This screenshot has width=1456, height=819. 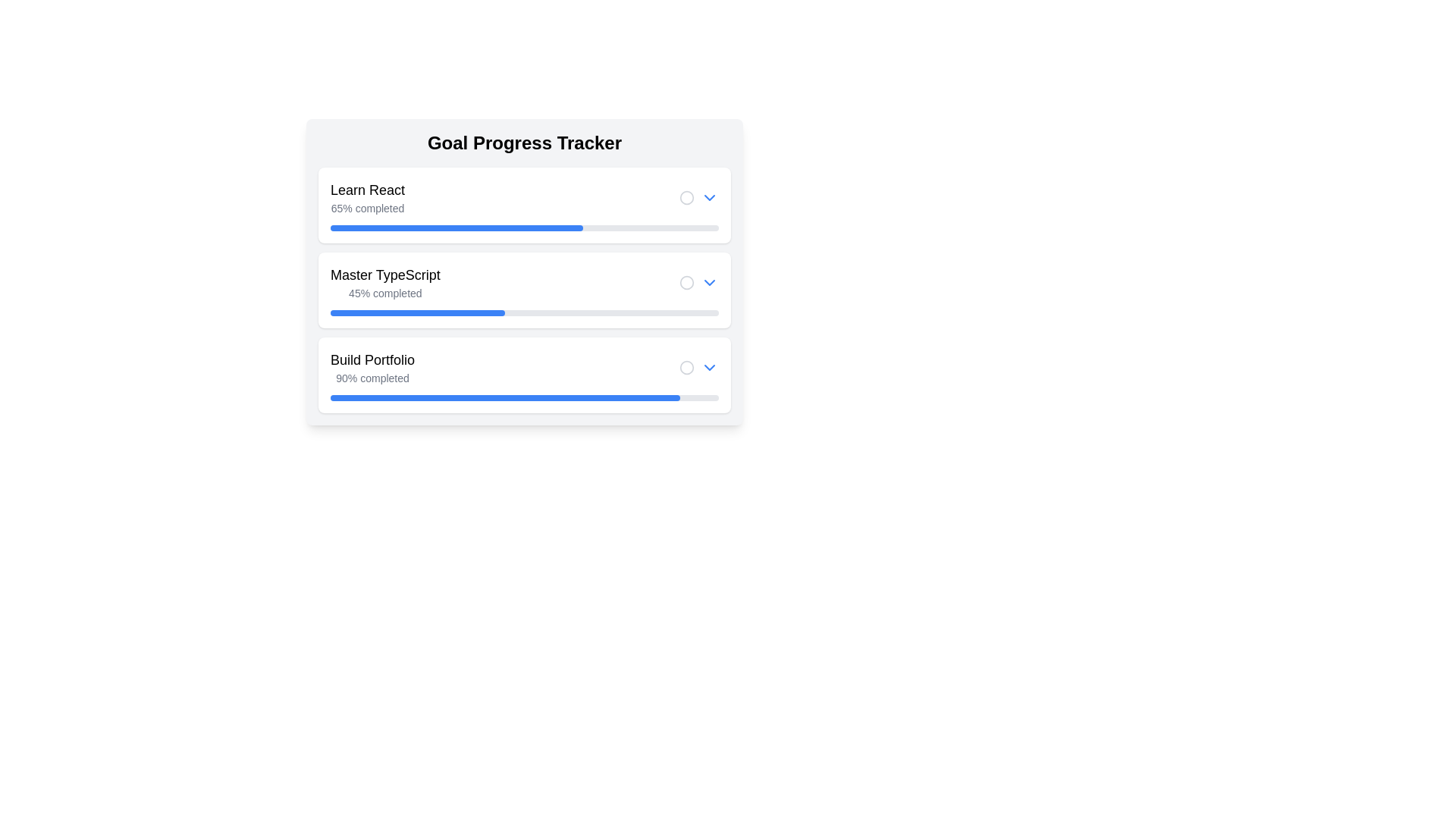 I want to click on the progress text label indicating that 90% of the task 'Build Portfolio' is completed, located below the 'Build Portfolio' text, so click(x=372, y=377).